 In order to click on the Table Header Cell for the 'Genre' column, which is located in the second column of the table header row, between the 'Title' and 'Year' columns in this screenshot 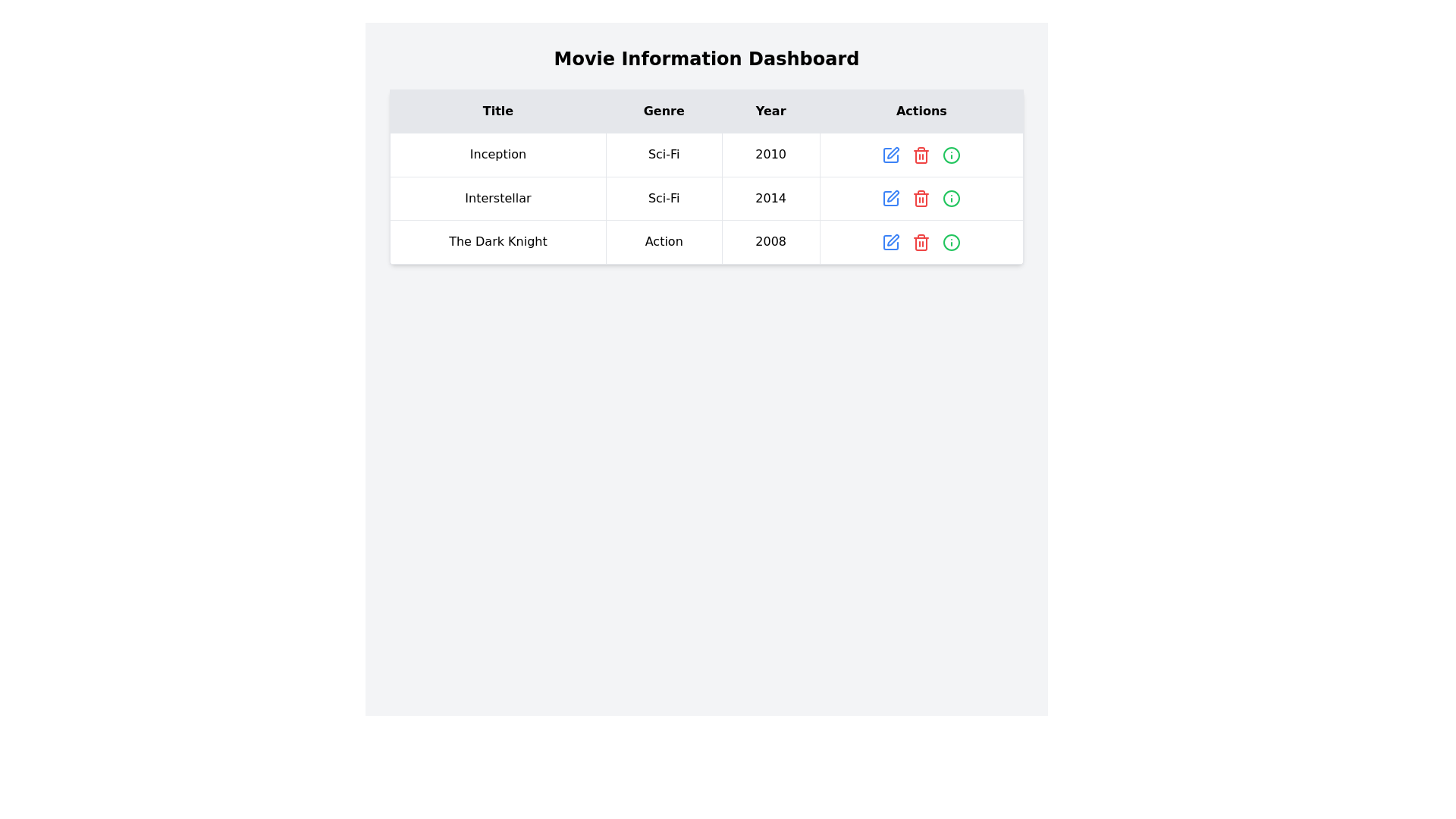, I will do `click(664, 110)`.